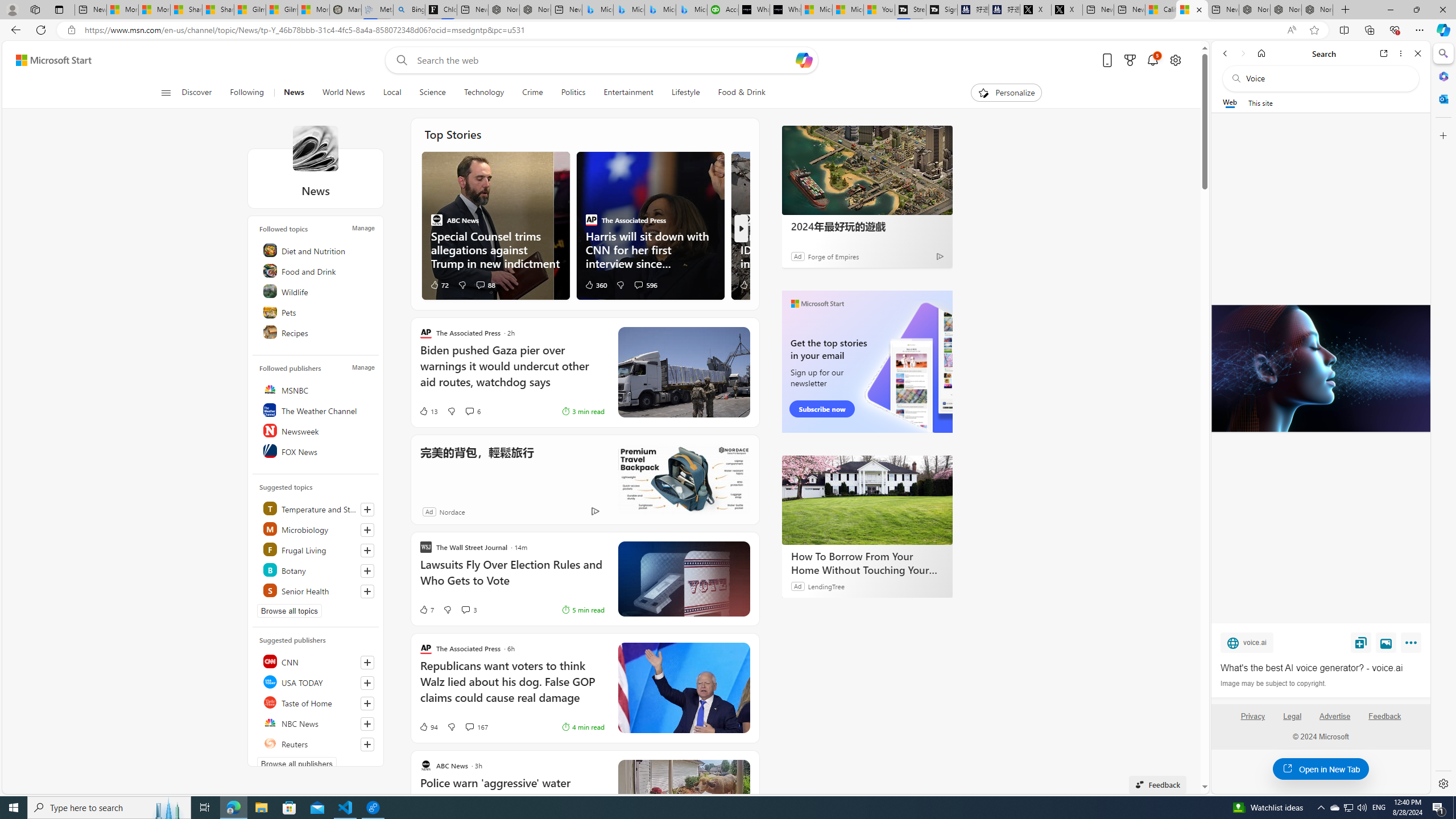  I want to click on 'View comments 167 Comment', so click(475, 727).